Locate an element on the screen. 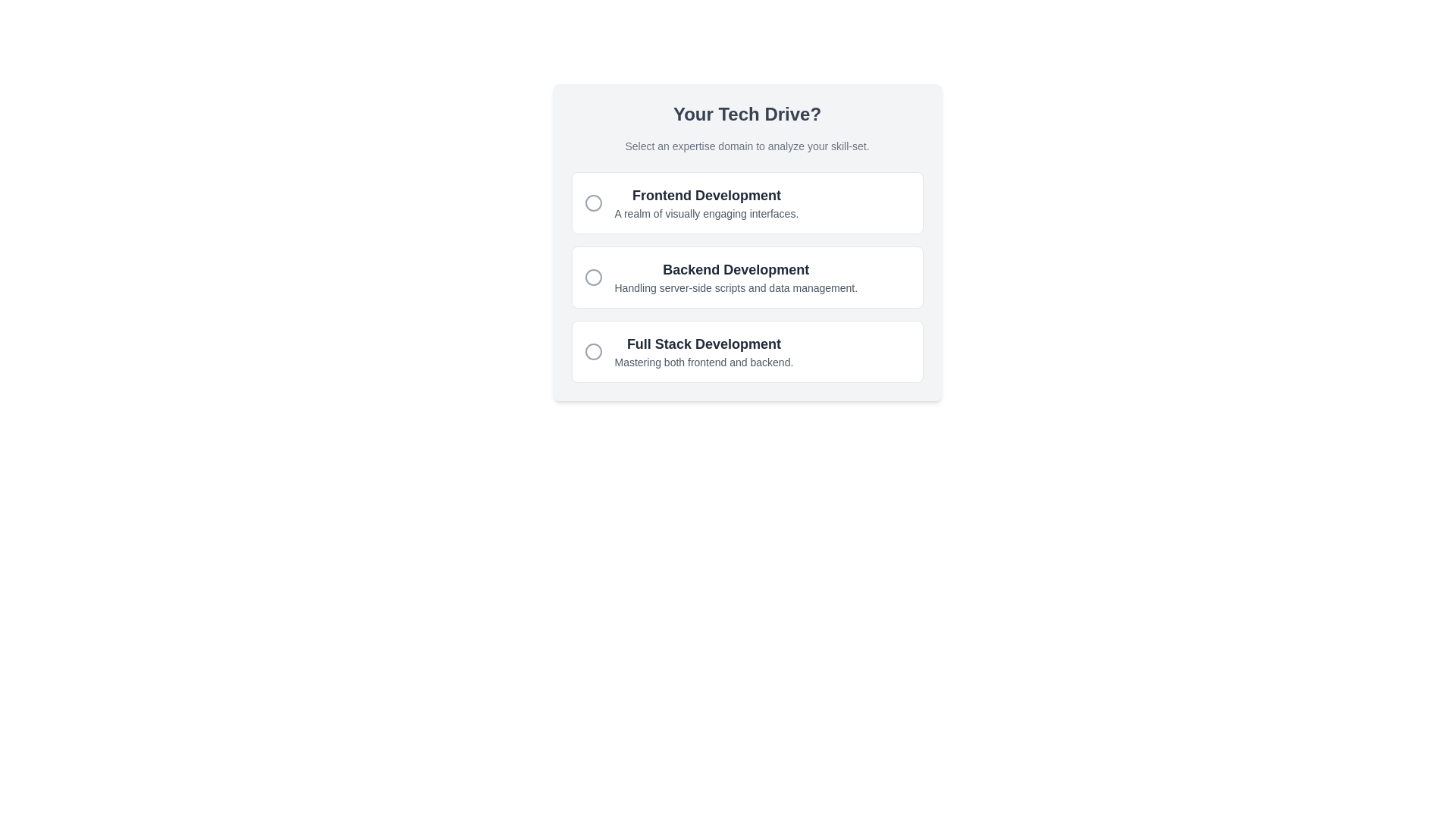 Image resolution: width=1456 pixels, height=819 pixels. the text label displaying 'Full Stack Development', which is bold and dark gray, located at the center of the 'Full Stack Development Mastering both frontend and backend.' box in the vertically stacked selection list is located at coordinates (703, 344).